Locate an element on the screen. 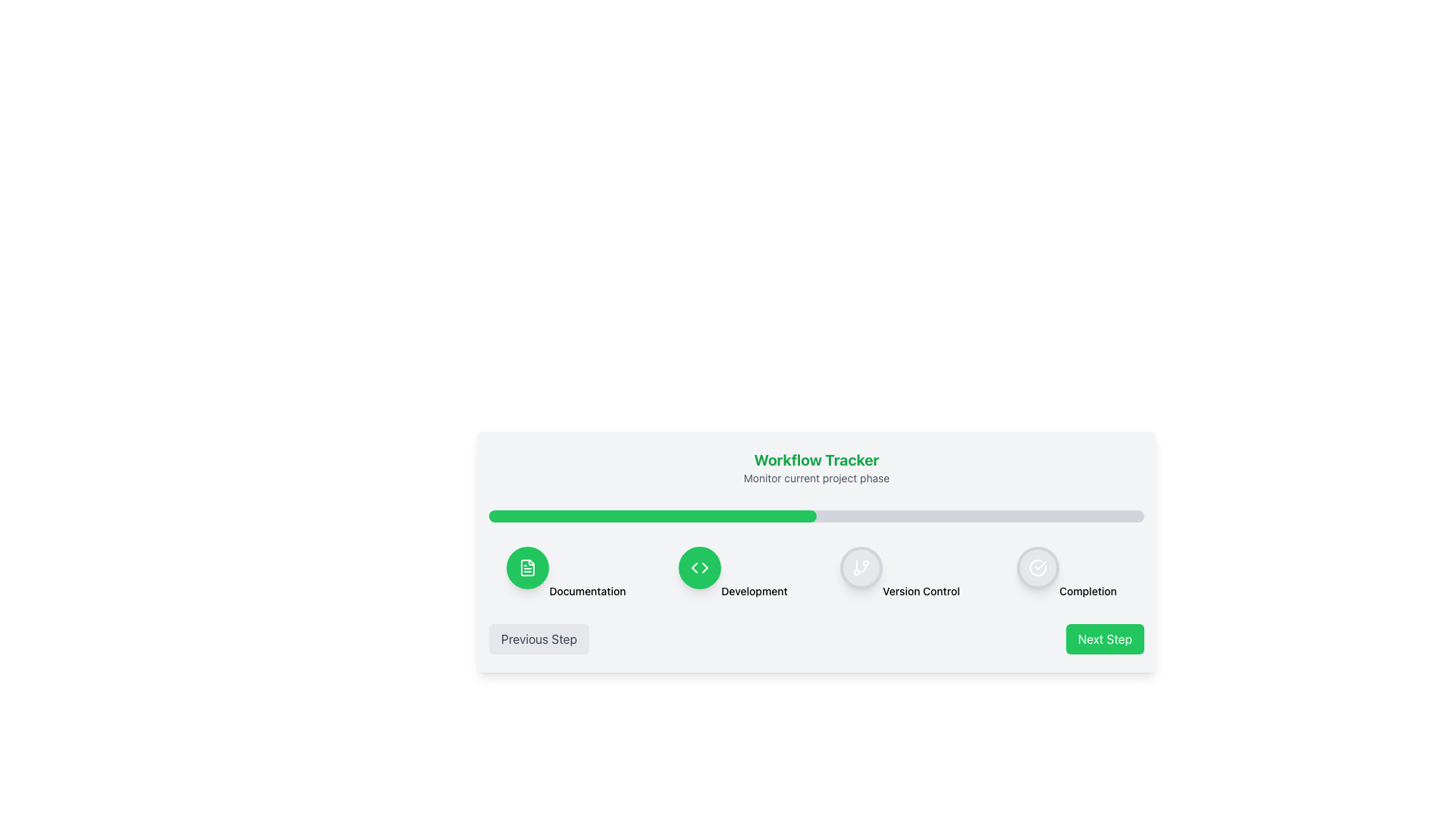  the grid element containing items titled 'Documentation', 'Development', 'Version Control', and 'Completion' located in the middle-lower section of the interface is located at coordinates (815, 573).